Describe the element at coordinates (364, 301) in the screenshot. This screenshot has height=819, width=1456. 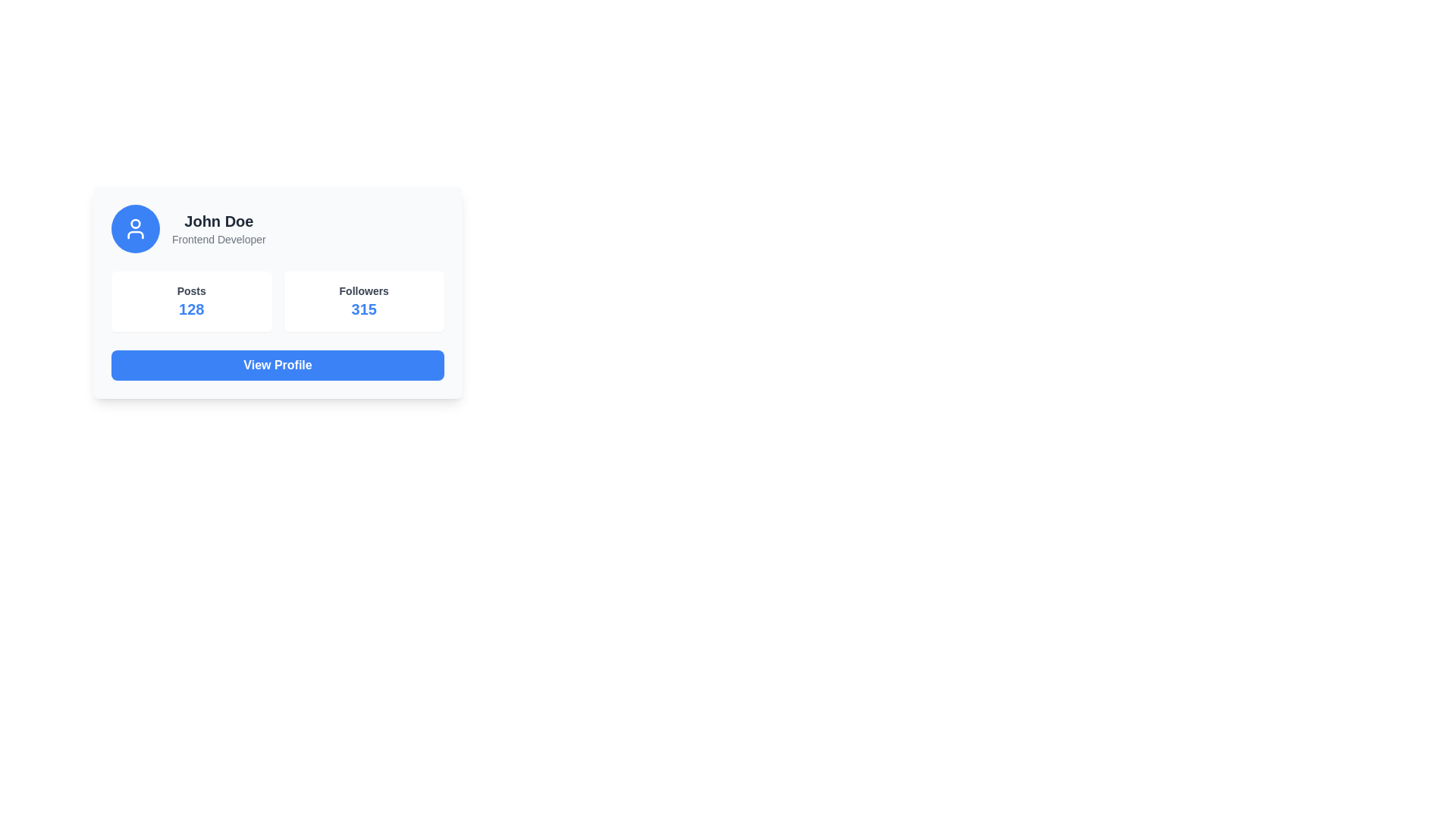
I see `the informational card displaying 'Followers 315', which has a white background, rounded borders, and a subtle shadow, positioned in the bottom-right section of a two-column grid` at that location.